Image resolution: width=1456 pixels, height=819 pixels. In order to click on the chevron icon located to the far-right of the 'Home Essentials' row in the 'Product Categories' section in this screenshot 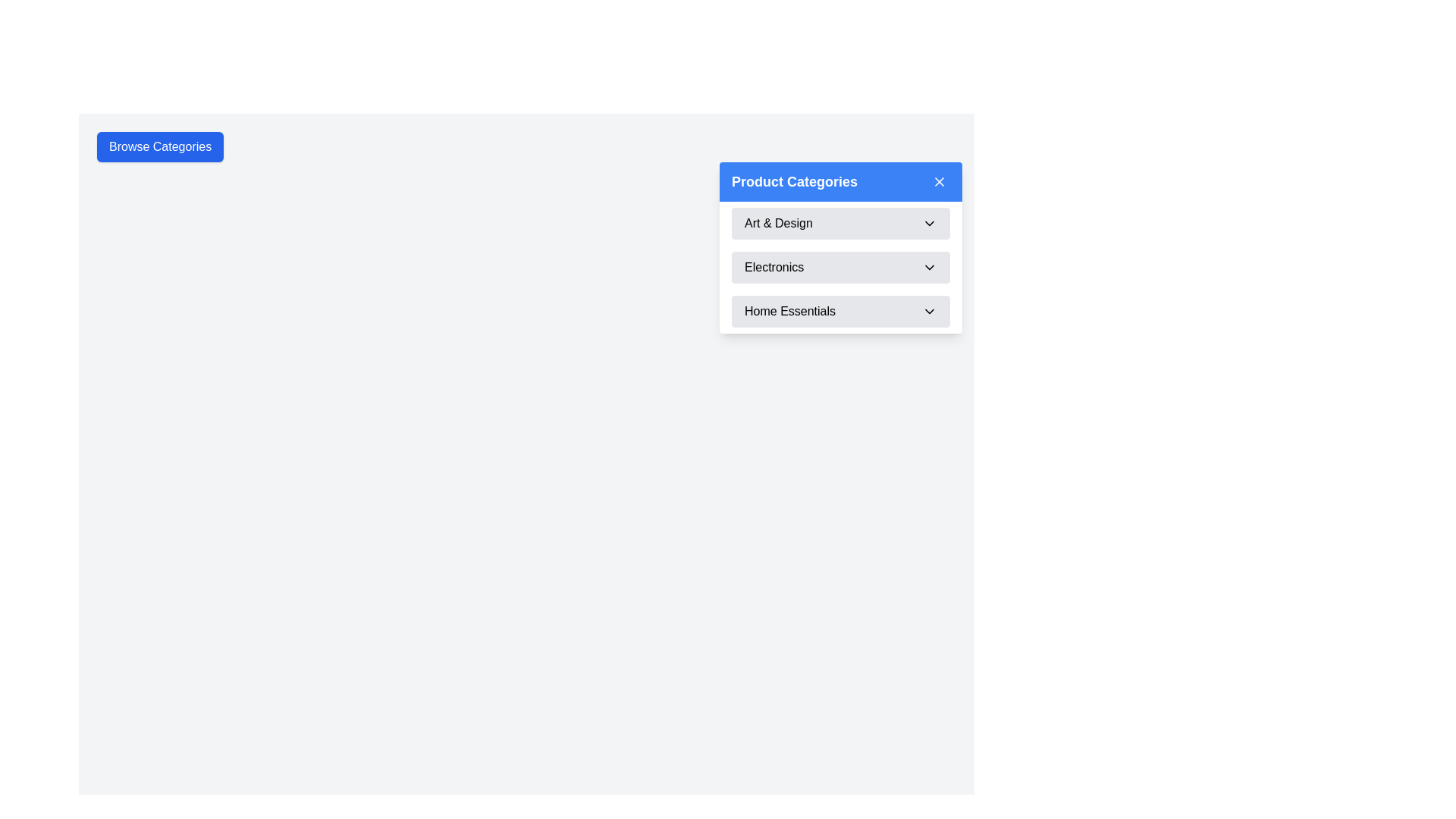, I will do `click(928, 311)`.